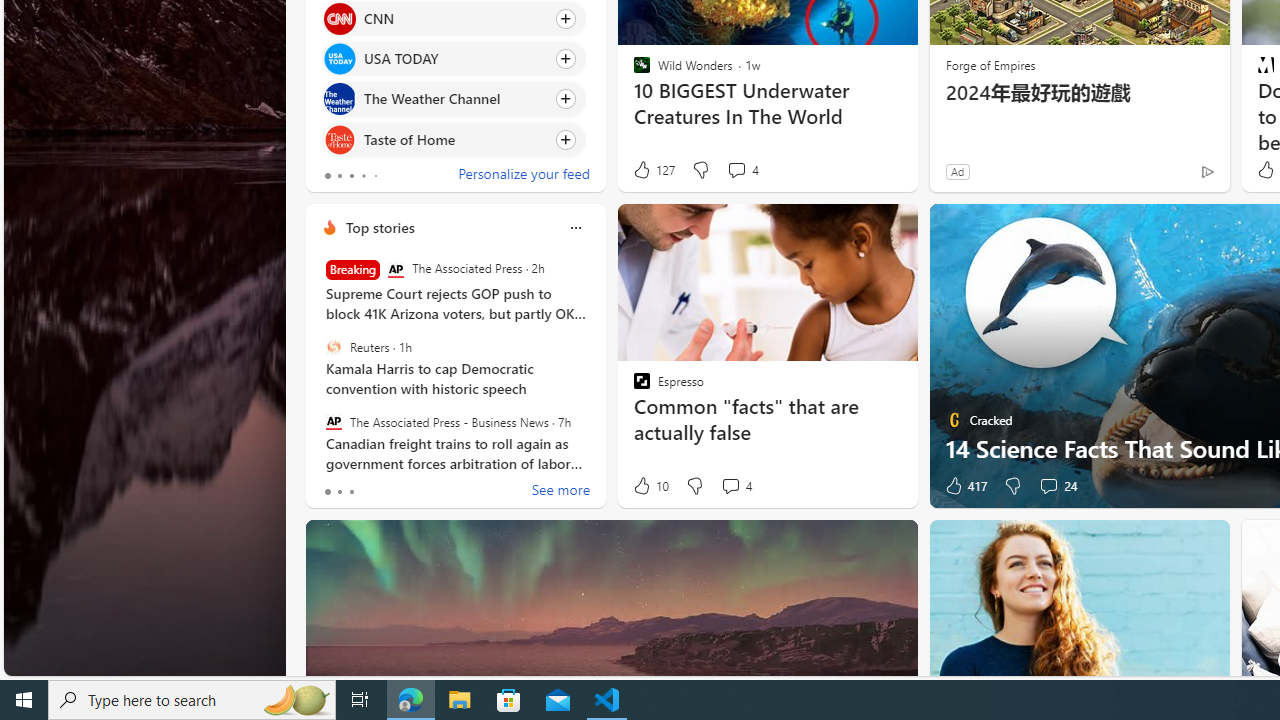  What do you see at coordinates (339, 492) in the screenshot?
I see `'tab-1'` at bounding box center [339, 492].